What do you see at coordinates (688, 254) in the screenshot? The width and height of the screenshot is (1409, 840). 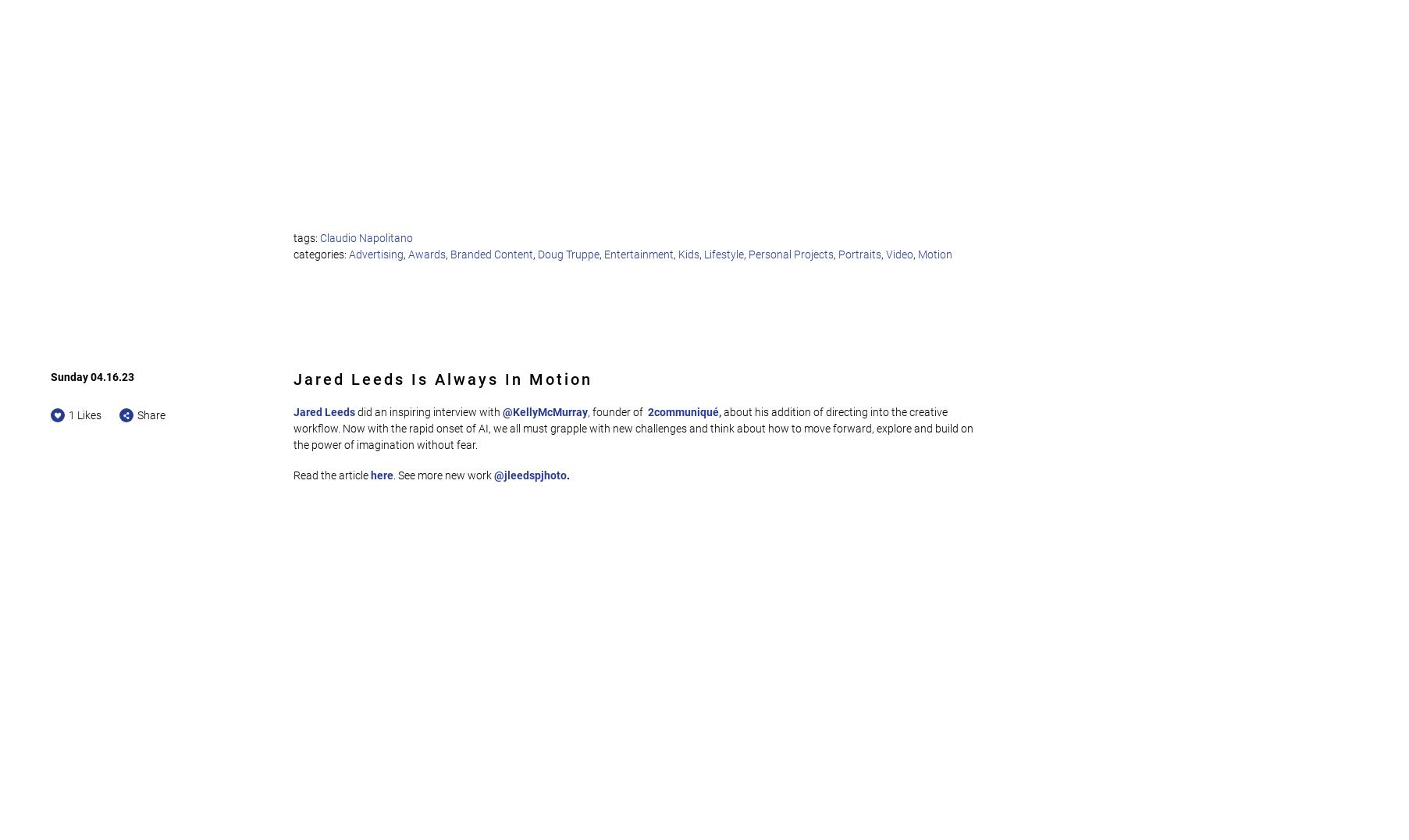 I see `'Kids'` at bounding box center [688, 254].